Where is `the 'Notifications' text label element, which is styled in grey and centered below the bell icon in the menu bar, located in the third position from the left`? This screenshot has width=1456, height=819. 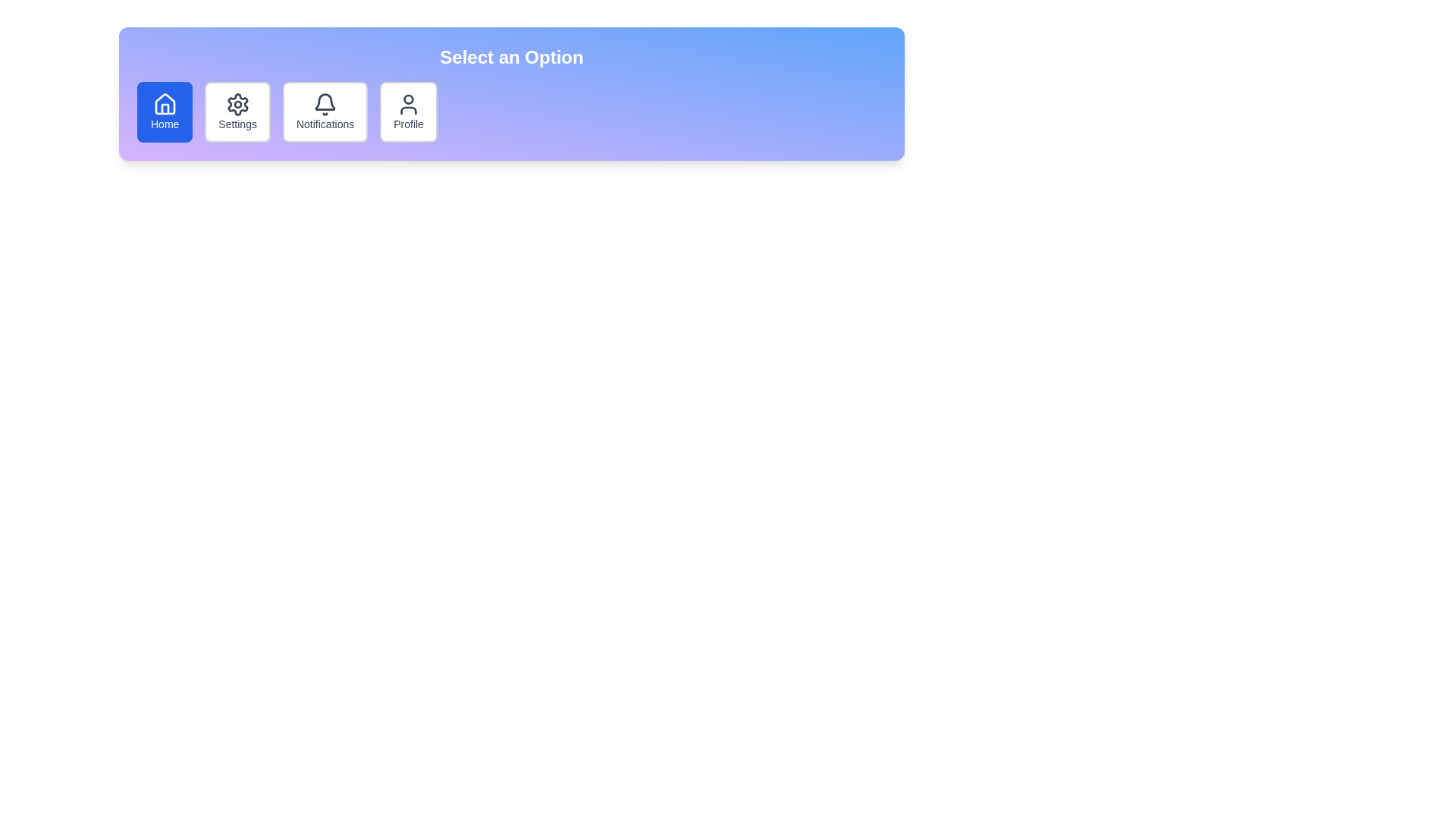
the 'Notifications' text label element, which is styled in grey and centered below the bell icon in the menu bar, located in the third position from the left is located at coordinates (325, 124).